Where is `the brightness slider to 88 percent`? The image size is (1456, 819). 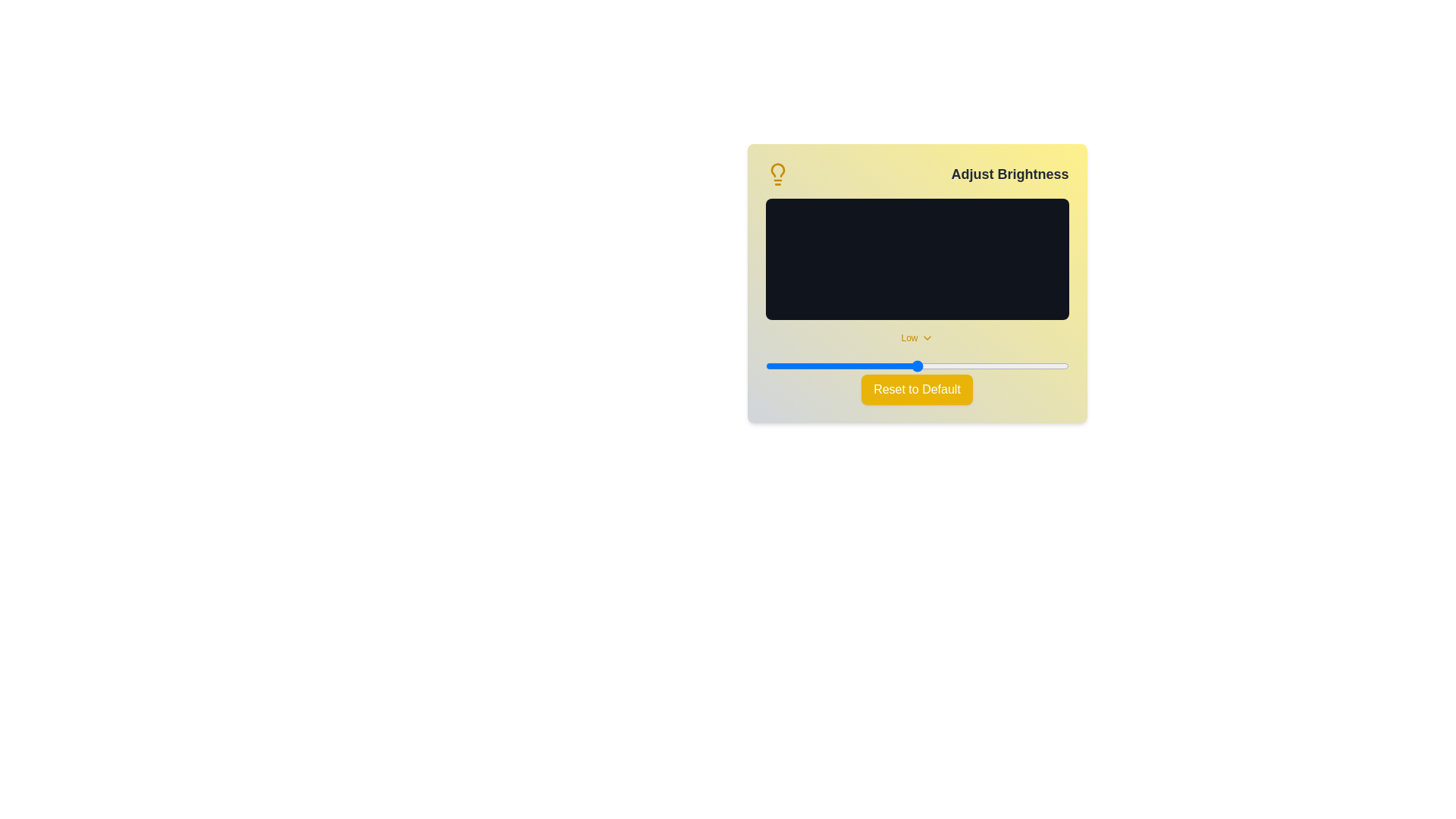
the brightness slider to 88 percent is located at coordinates (1031, 366).